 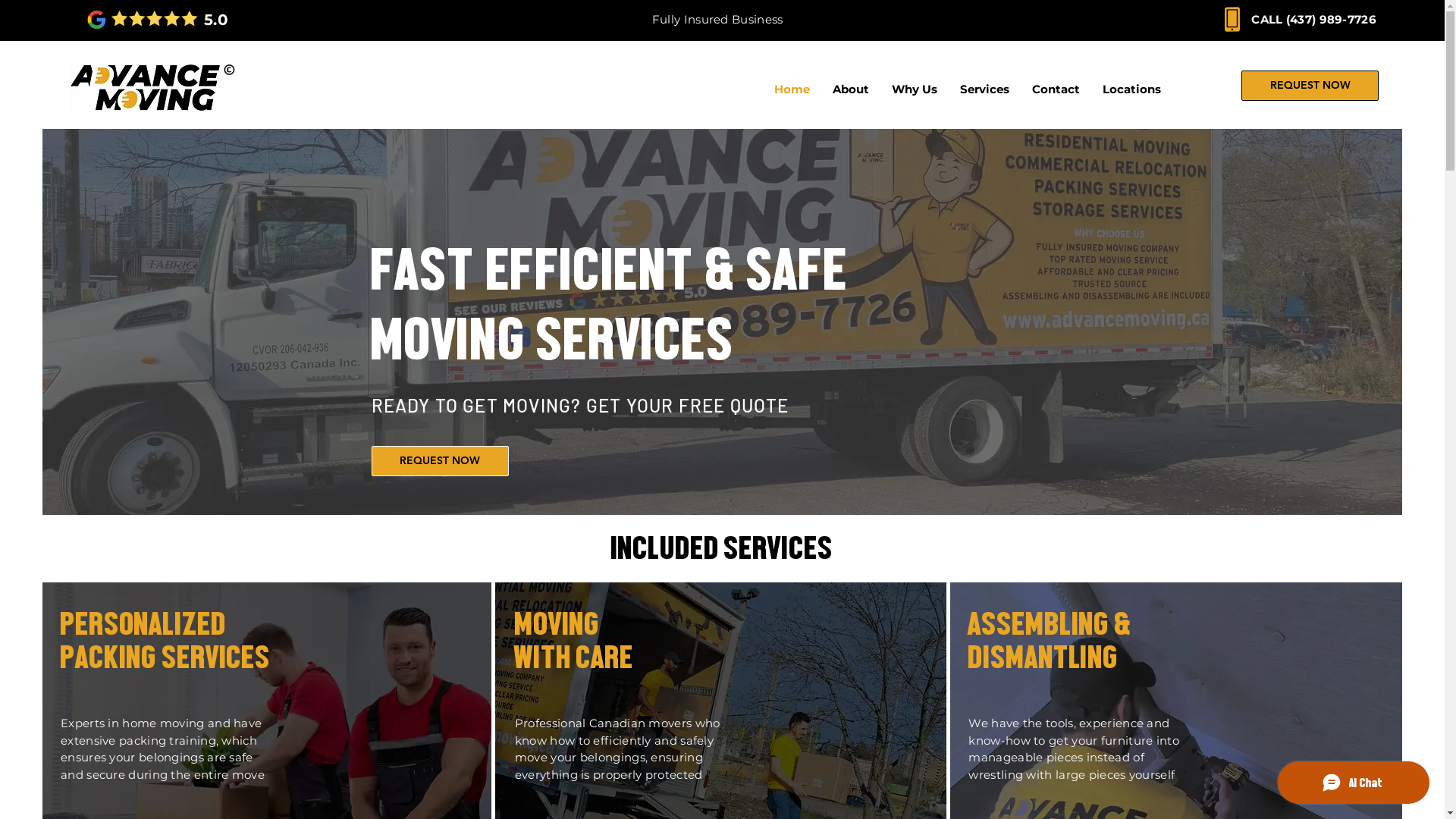 What do you see at coordinates (913, 89) in the screenshot?
I see `'Why Us'` at bounding box center [913, 89].